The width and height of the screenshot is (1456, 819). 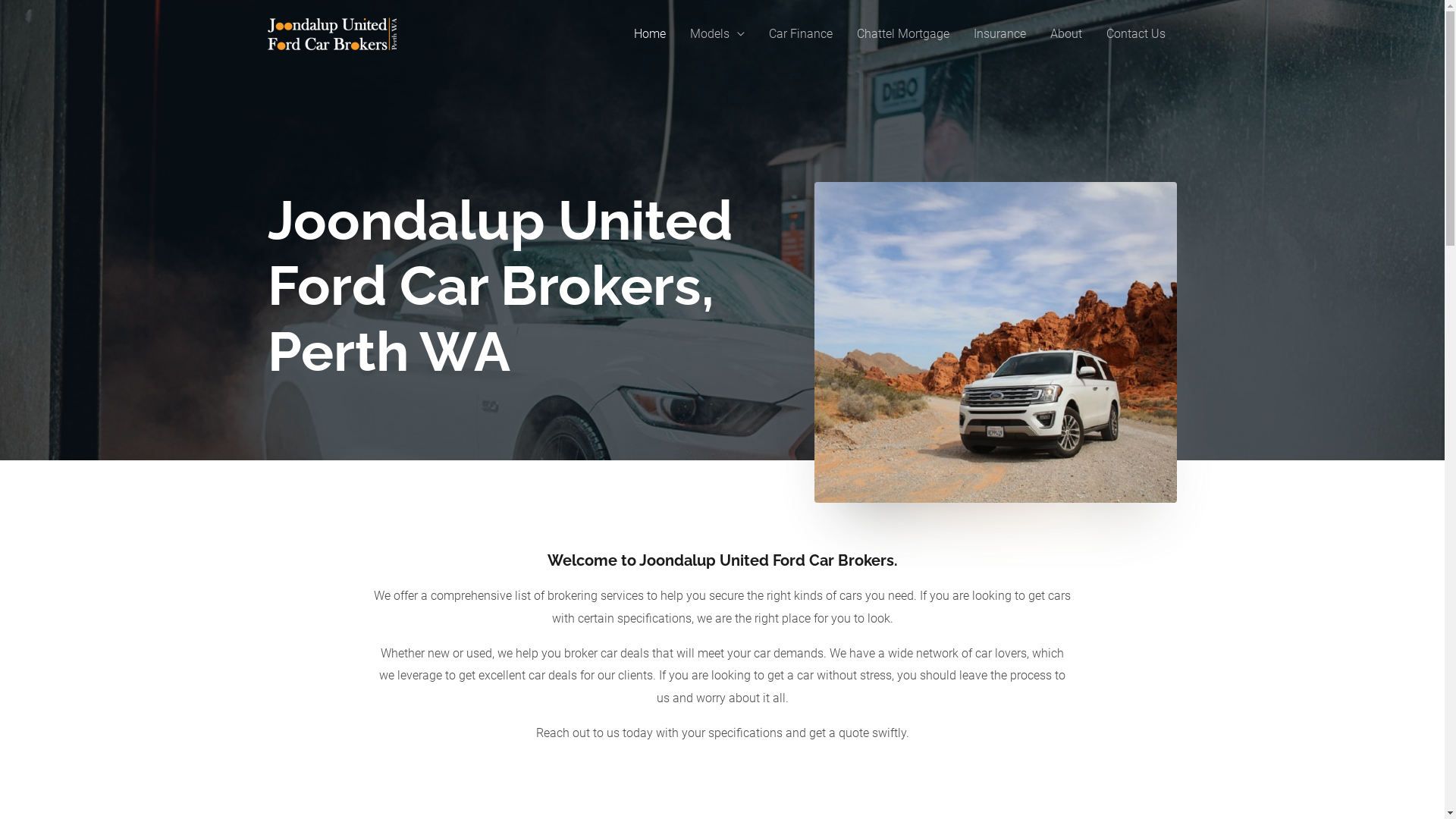 What do you see at coordinates (1135, 34) in the screenshot?
I see `'Contact Us'` at bounding box center [1135, 34].